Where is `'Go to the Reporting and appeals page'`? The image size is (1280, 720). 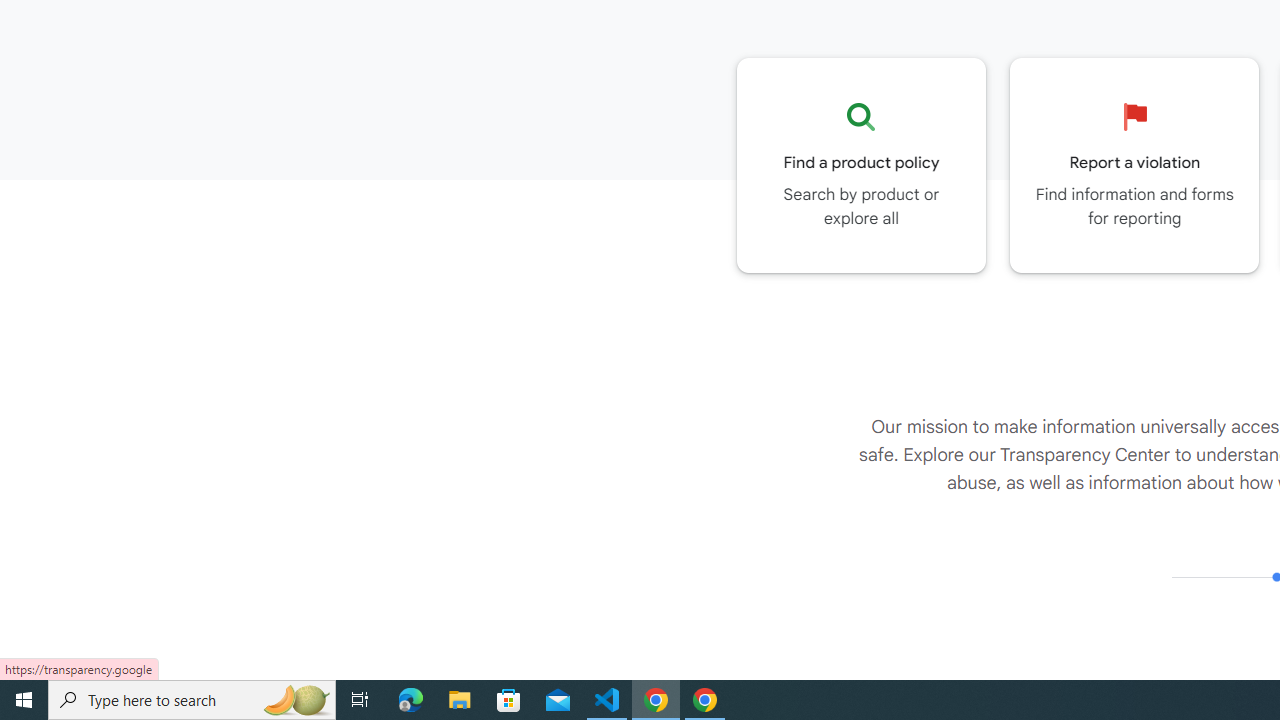
'Go to the Reporting and appeals page' is located at coordinates (1134, 164).